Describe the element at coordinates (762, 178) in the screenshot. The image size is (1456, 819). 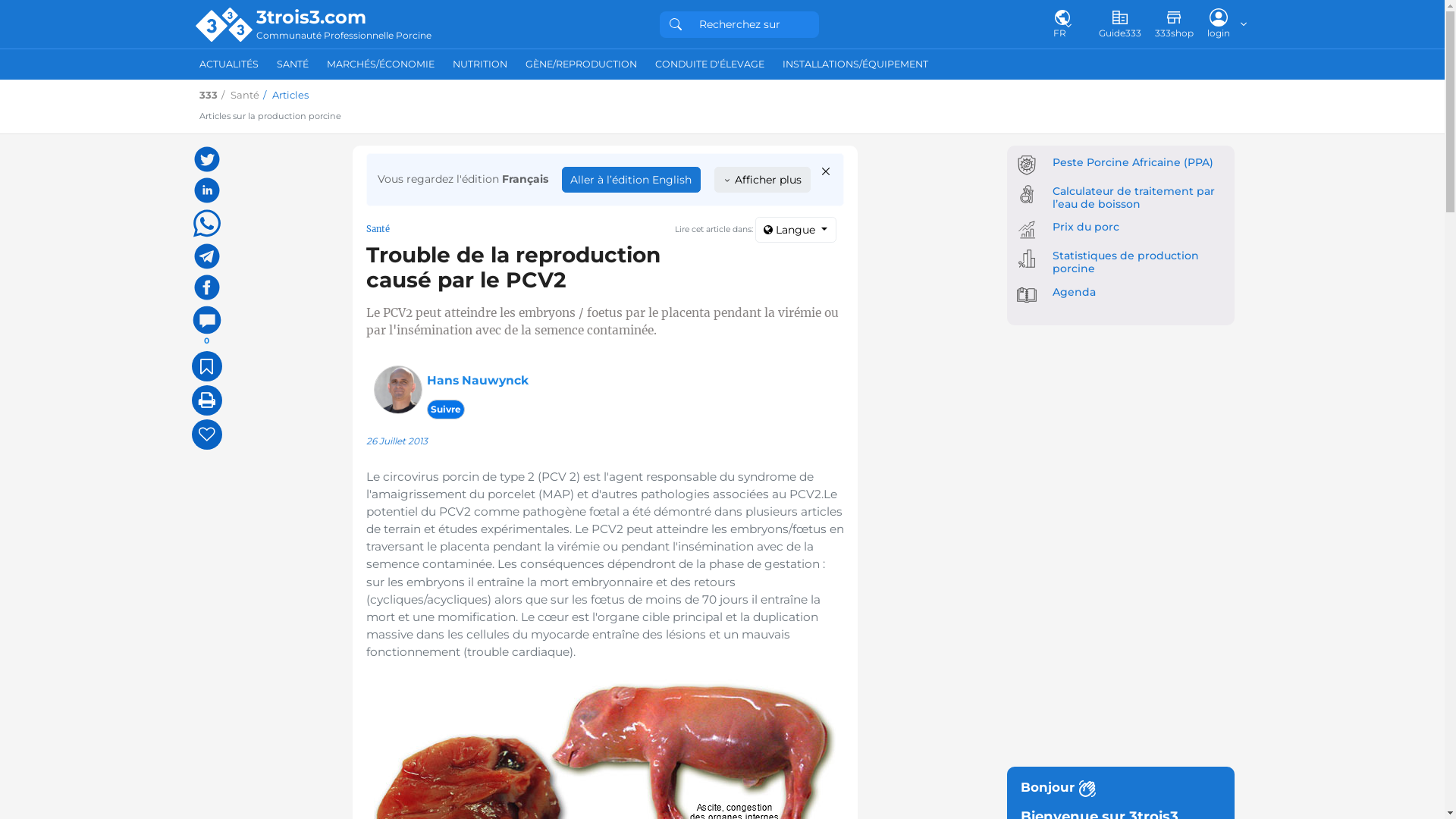
I see `'Afficher plus'` at that location.